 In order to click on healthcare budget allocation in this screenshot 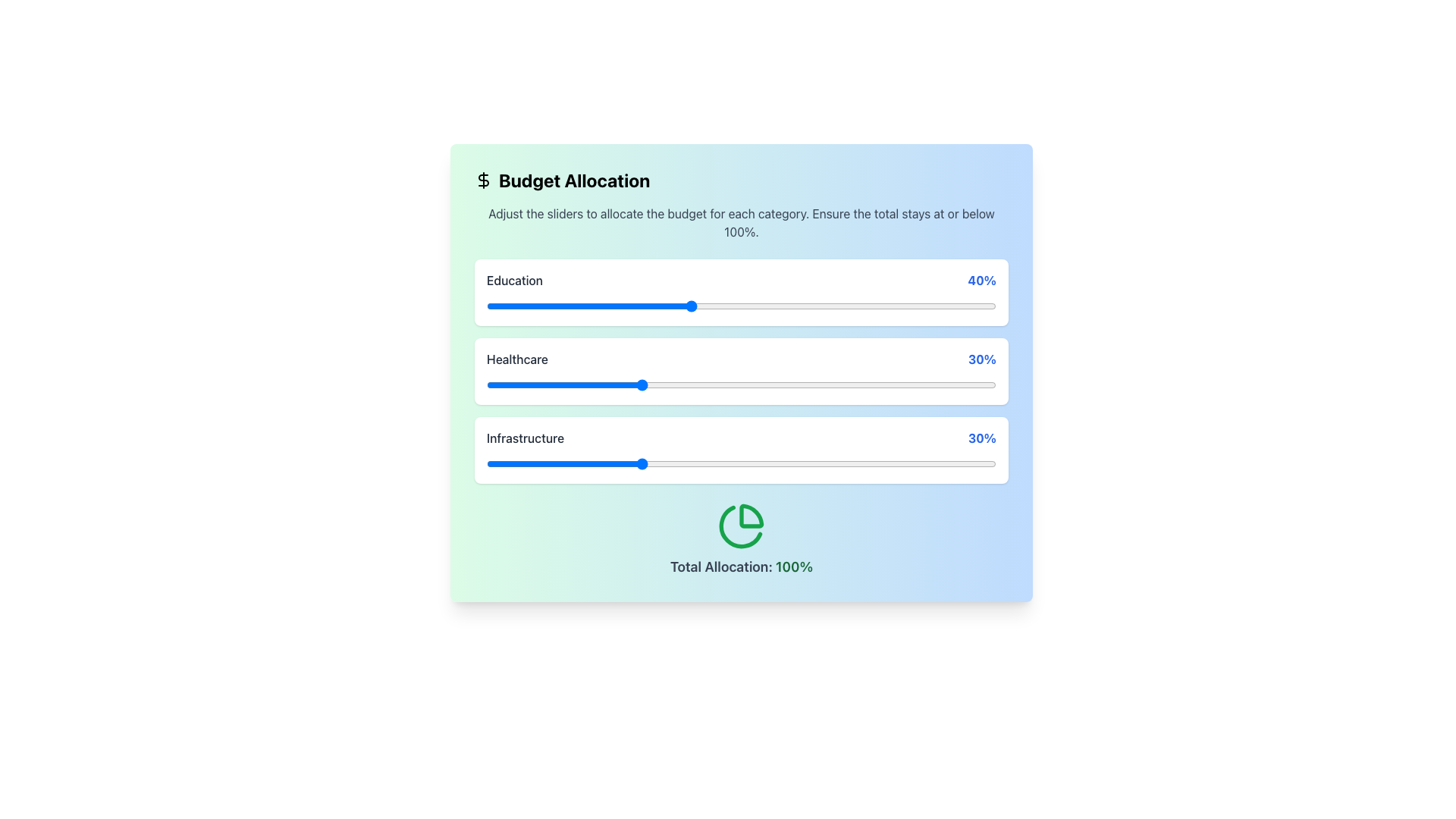, I will do `click(660, 384)`.